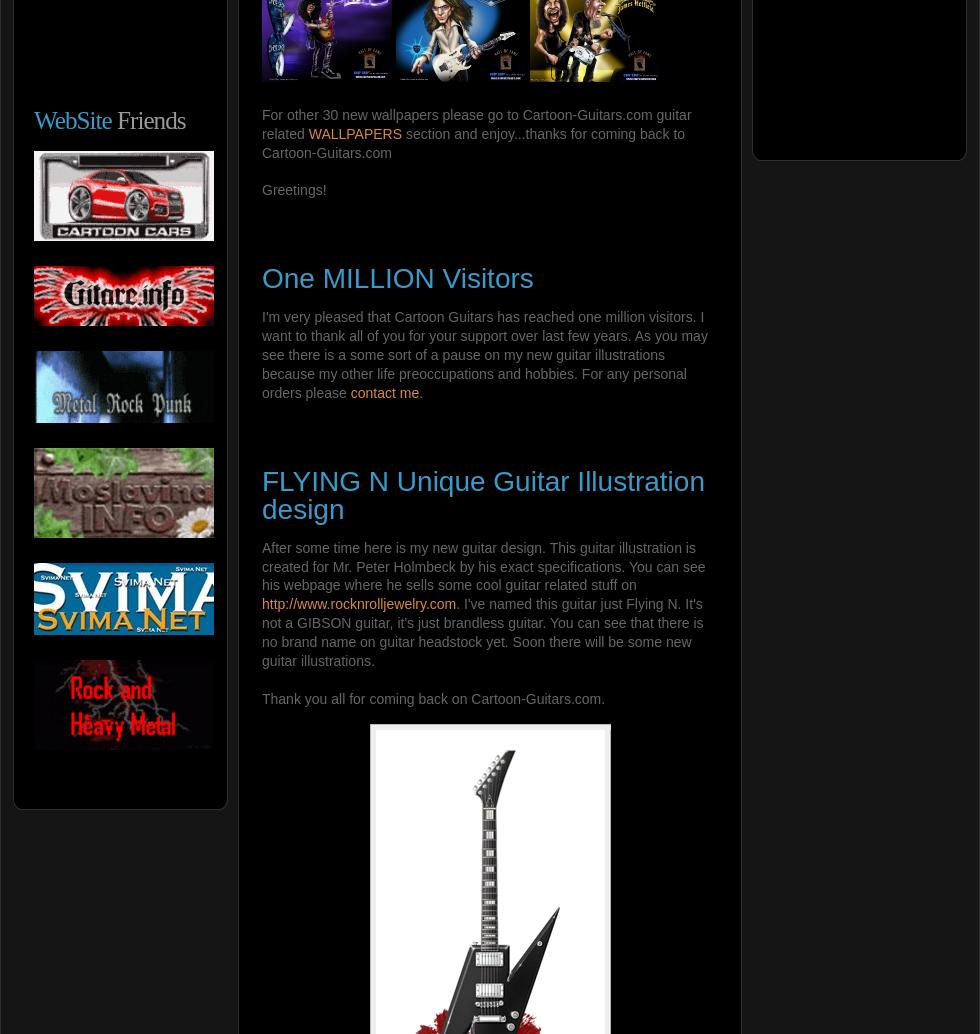  I want to click on '.', so click(421, 390).